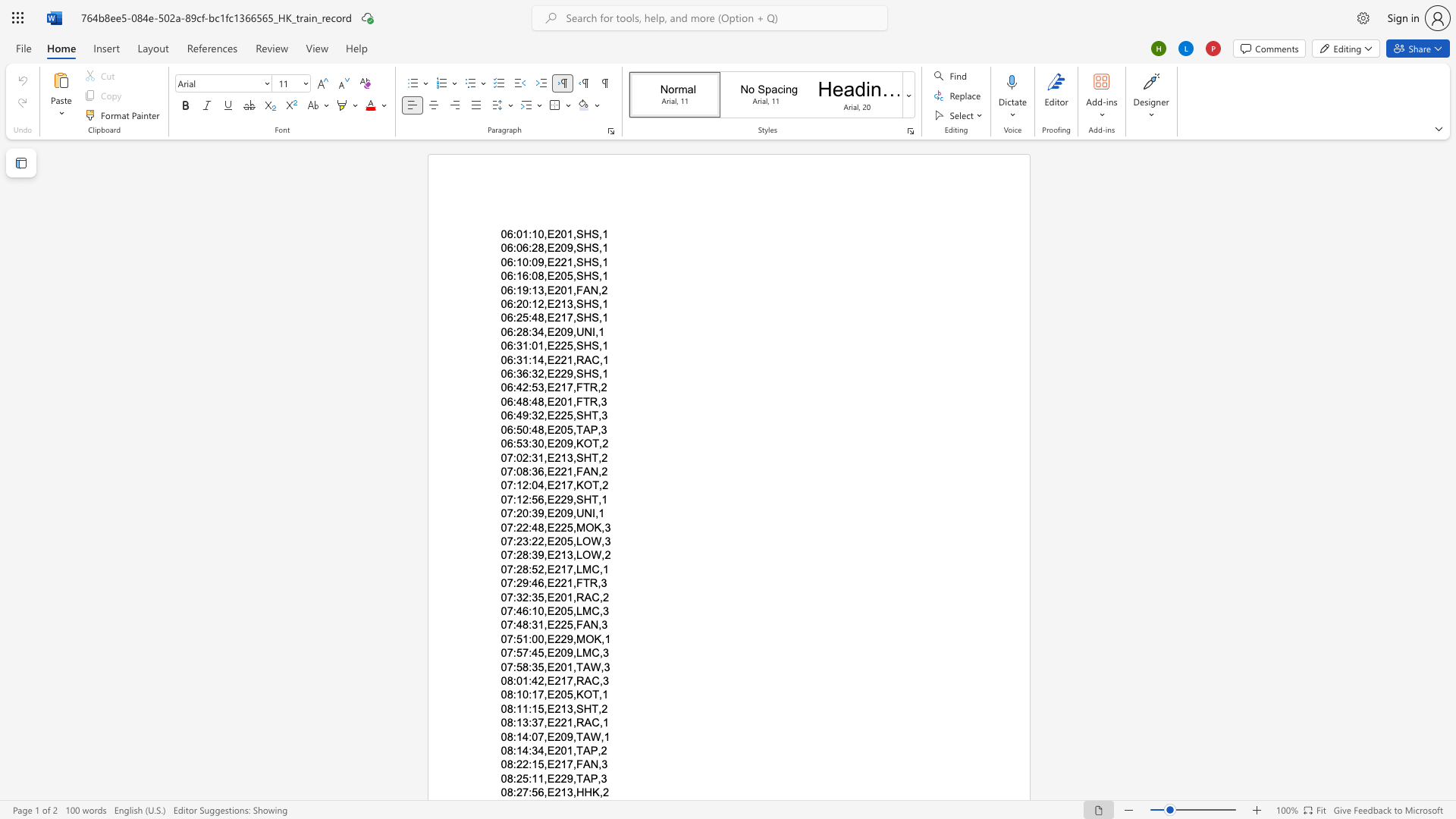 The width and height of the screenshot is (1456, 819). I want to click on the subset text "05,KOT," within the text "08:10:17,E205,KOT,1", so click(560, 695).